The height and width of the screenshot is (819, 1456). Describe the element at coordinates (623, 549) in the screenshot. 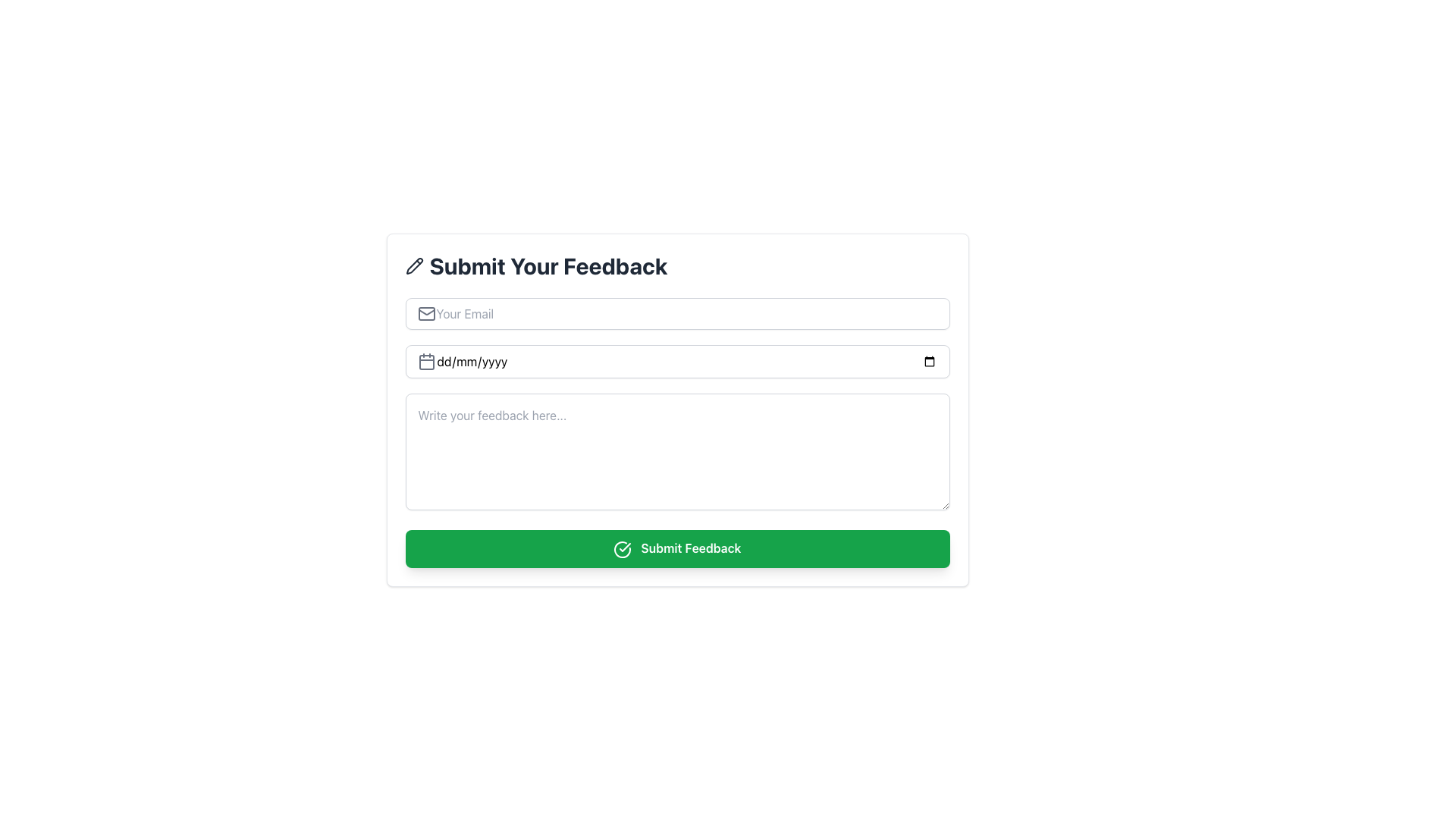

I see `the confirmation icon located on the left side of the 'Submit Feedback' button, which visually indicates approval` at that location.